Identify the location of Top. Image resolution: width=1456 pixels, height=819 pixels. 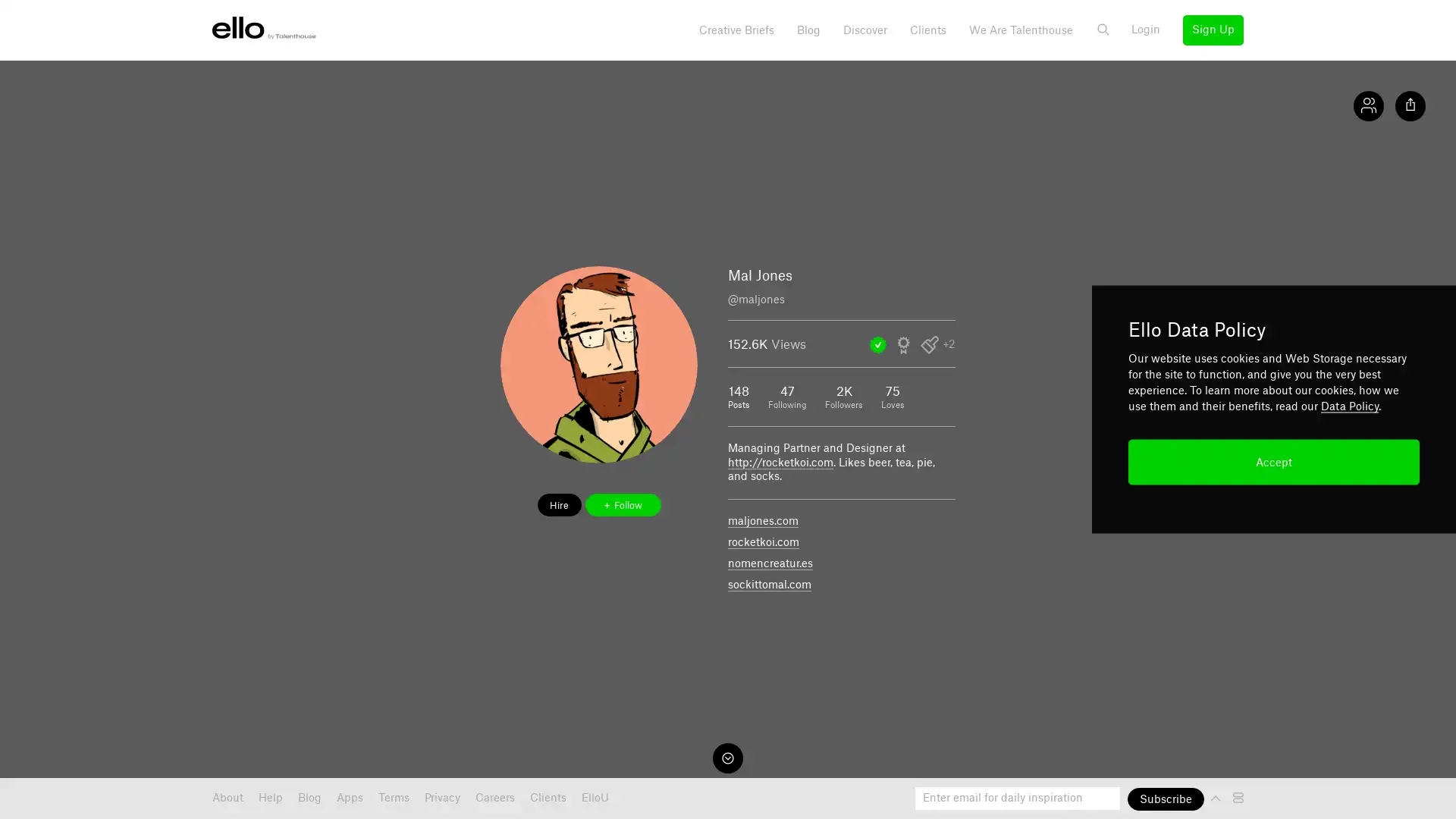
(1217, 797).